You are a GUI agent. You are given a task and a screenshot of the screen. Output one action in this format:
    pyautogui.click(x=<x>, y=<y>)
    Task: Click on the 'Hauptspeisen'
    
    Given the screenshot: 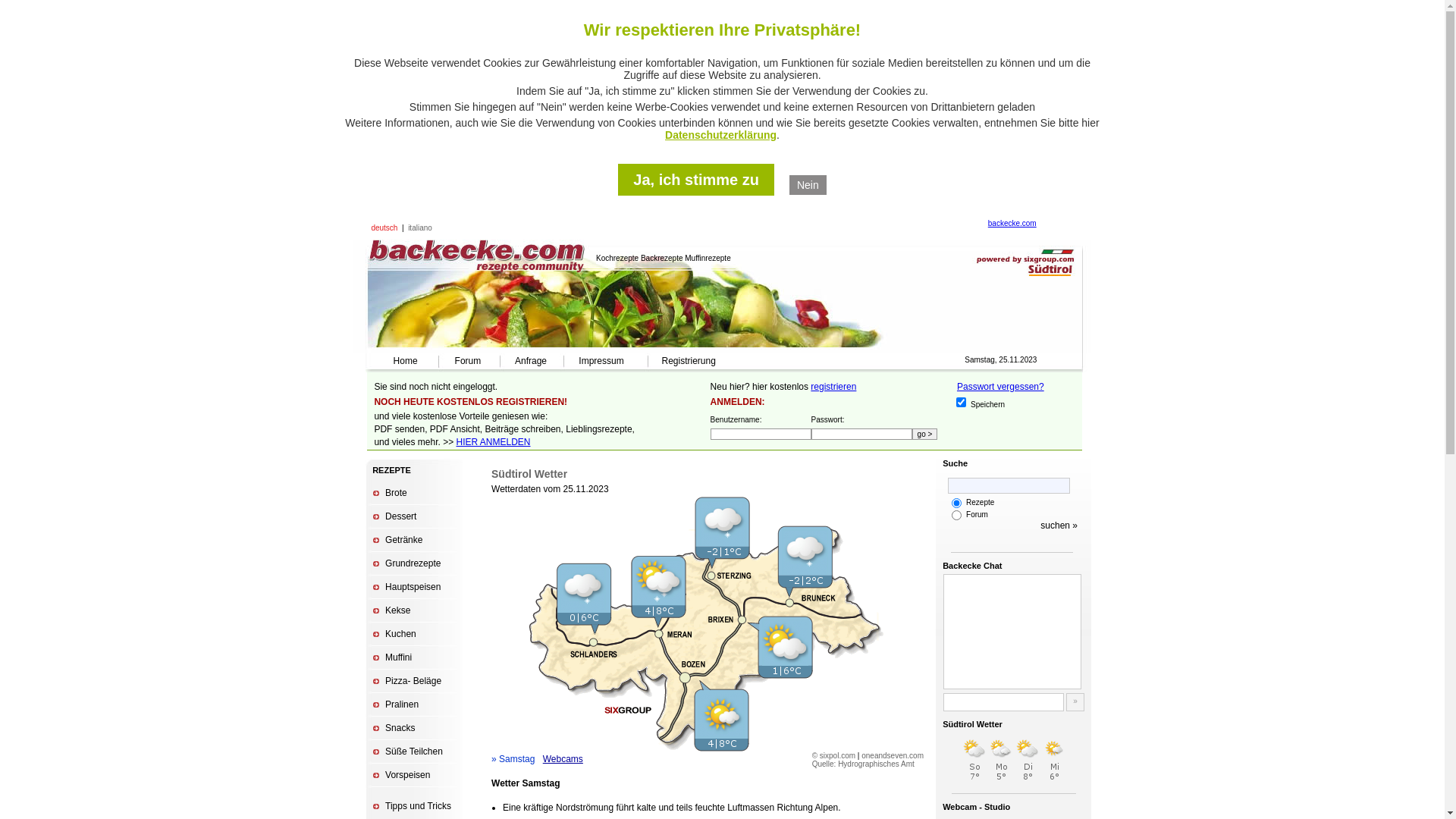 What is the action you would take?
    pyautogui.click(x=413, y=586)
    